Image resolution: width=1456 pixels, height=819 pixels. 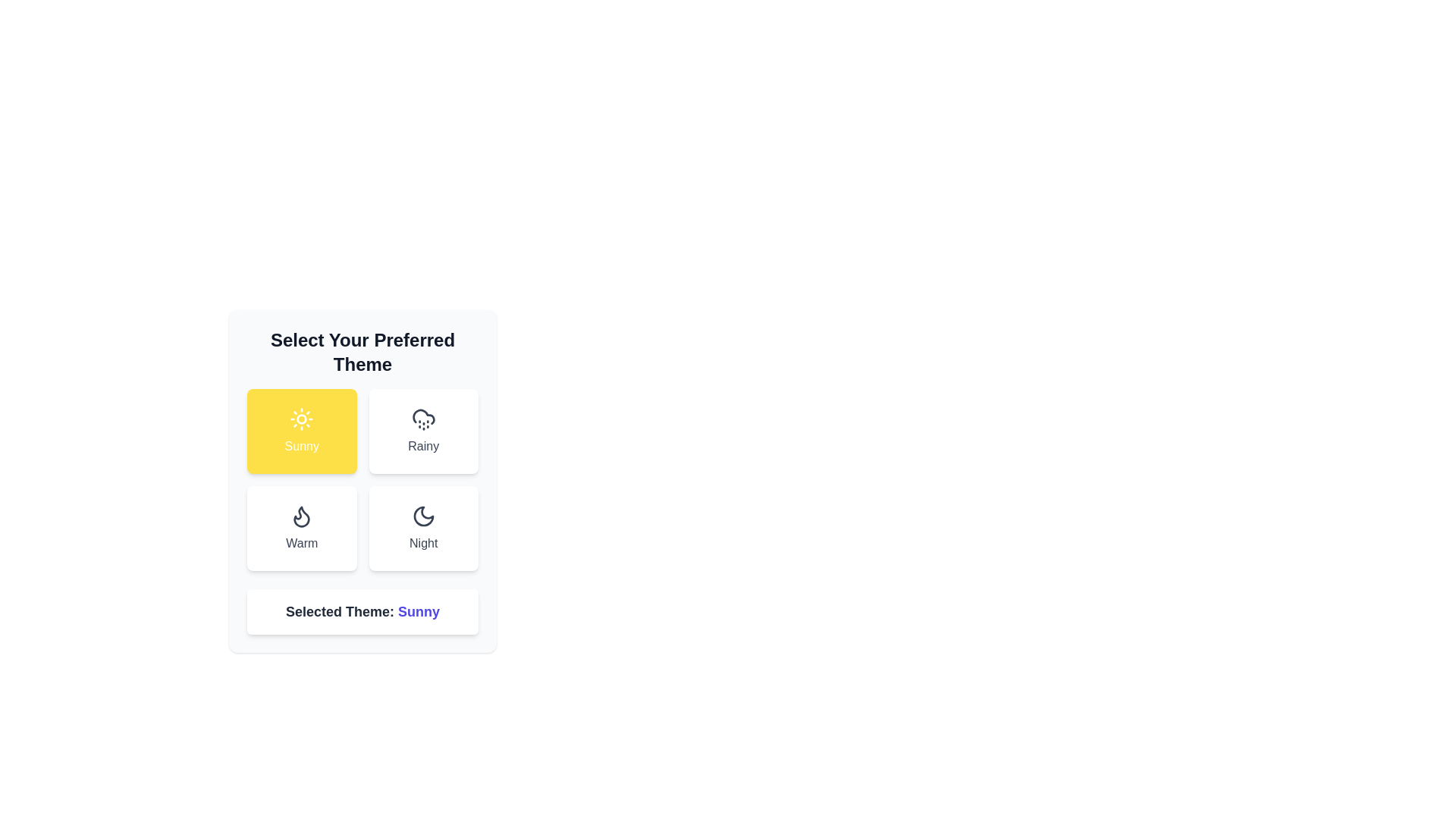 I want to click on the theme button labeled Warm to observe its hover effect, so click(x=302, y=528).